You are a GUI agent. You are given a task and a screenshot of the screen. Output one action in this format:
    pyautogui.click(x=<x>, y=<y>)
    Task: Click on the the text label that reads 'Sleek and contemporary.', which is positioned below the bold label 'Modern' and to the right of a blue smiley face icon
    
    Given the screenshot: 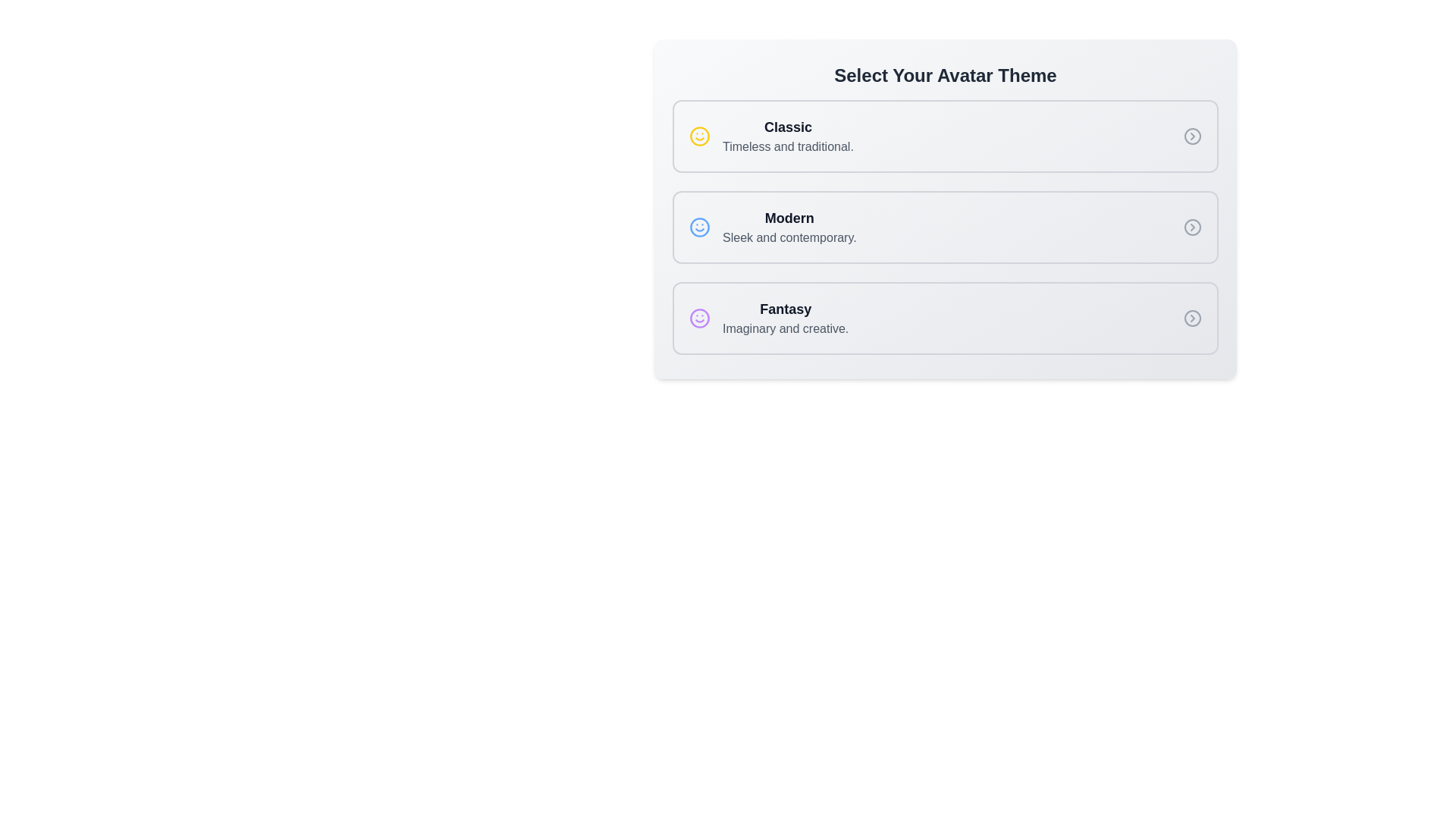 What is the action you would take?
    pyautogui.click(x=789, y=237)
    